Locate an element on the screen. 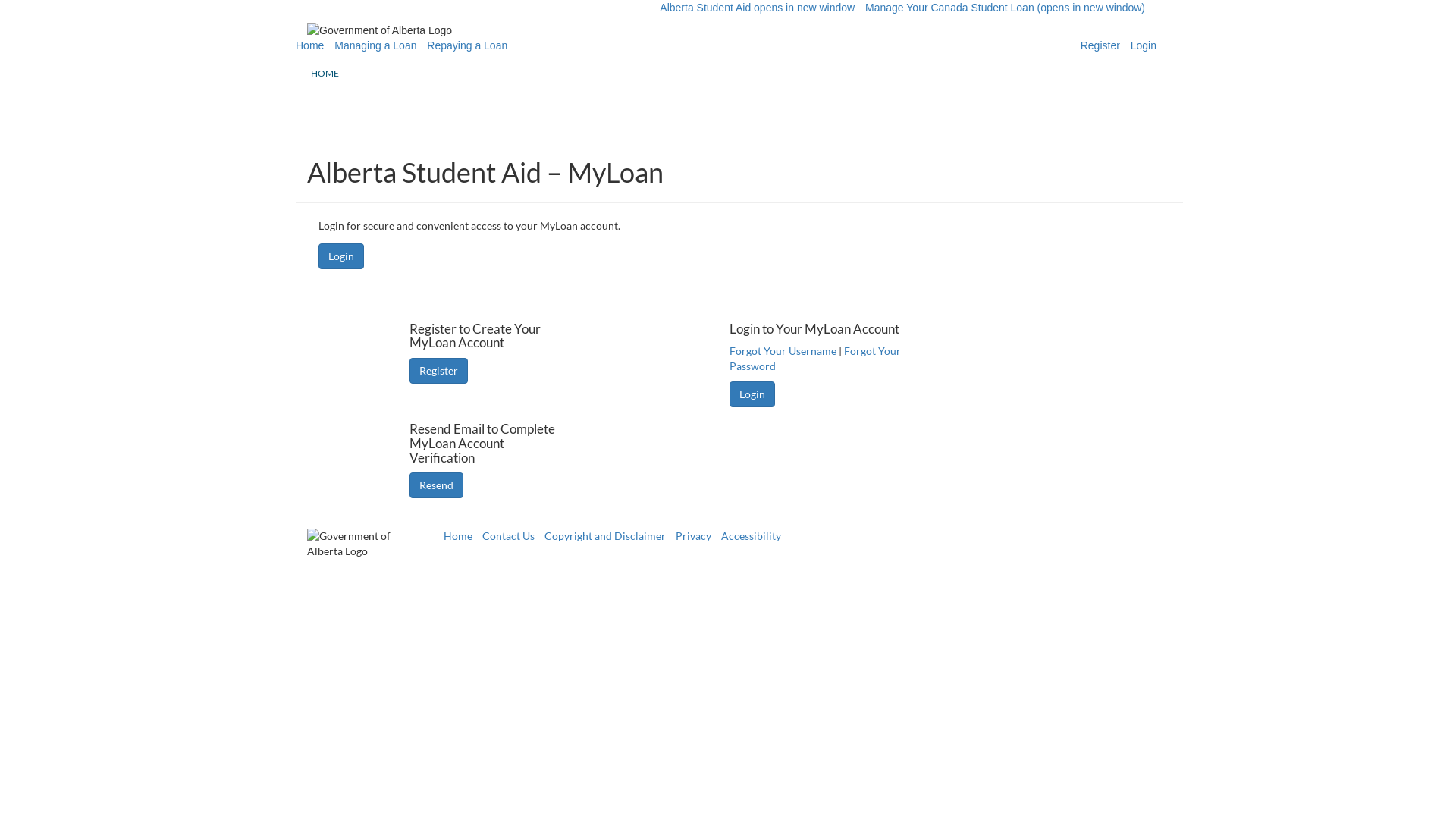  'Repaying a Loan' is located at coordinates (466, 45).